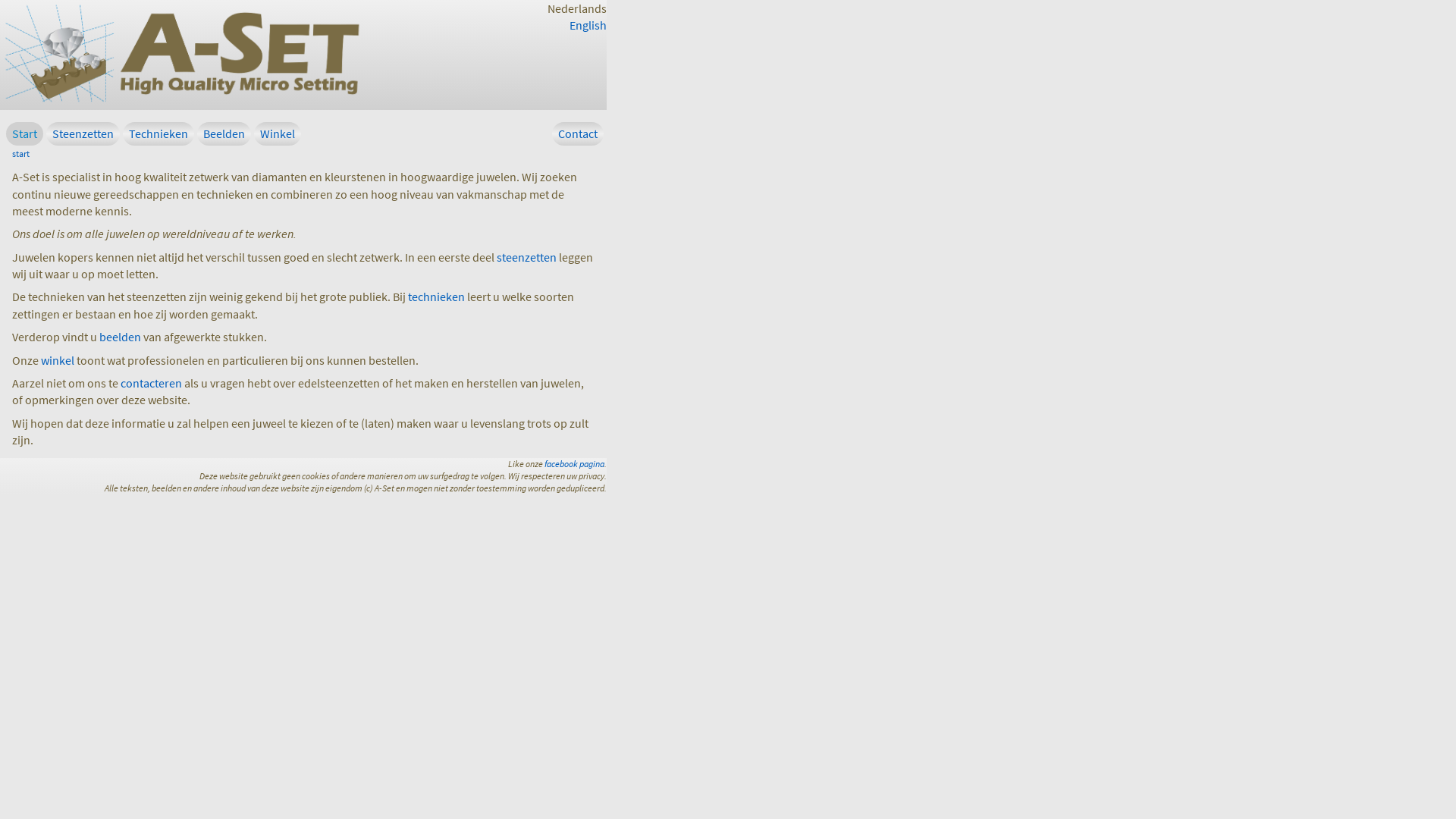 Image resolution: width=1456 pixels, height=819 pixels. What do you see at coordinates (526, 256) in the screenshot?
I see `'steenzetten'` at bounding box center [526, 256].